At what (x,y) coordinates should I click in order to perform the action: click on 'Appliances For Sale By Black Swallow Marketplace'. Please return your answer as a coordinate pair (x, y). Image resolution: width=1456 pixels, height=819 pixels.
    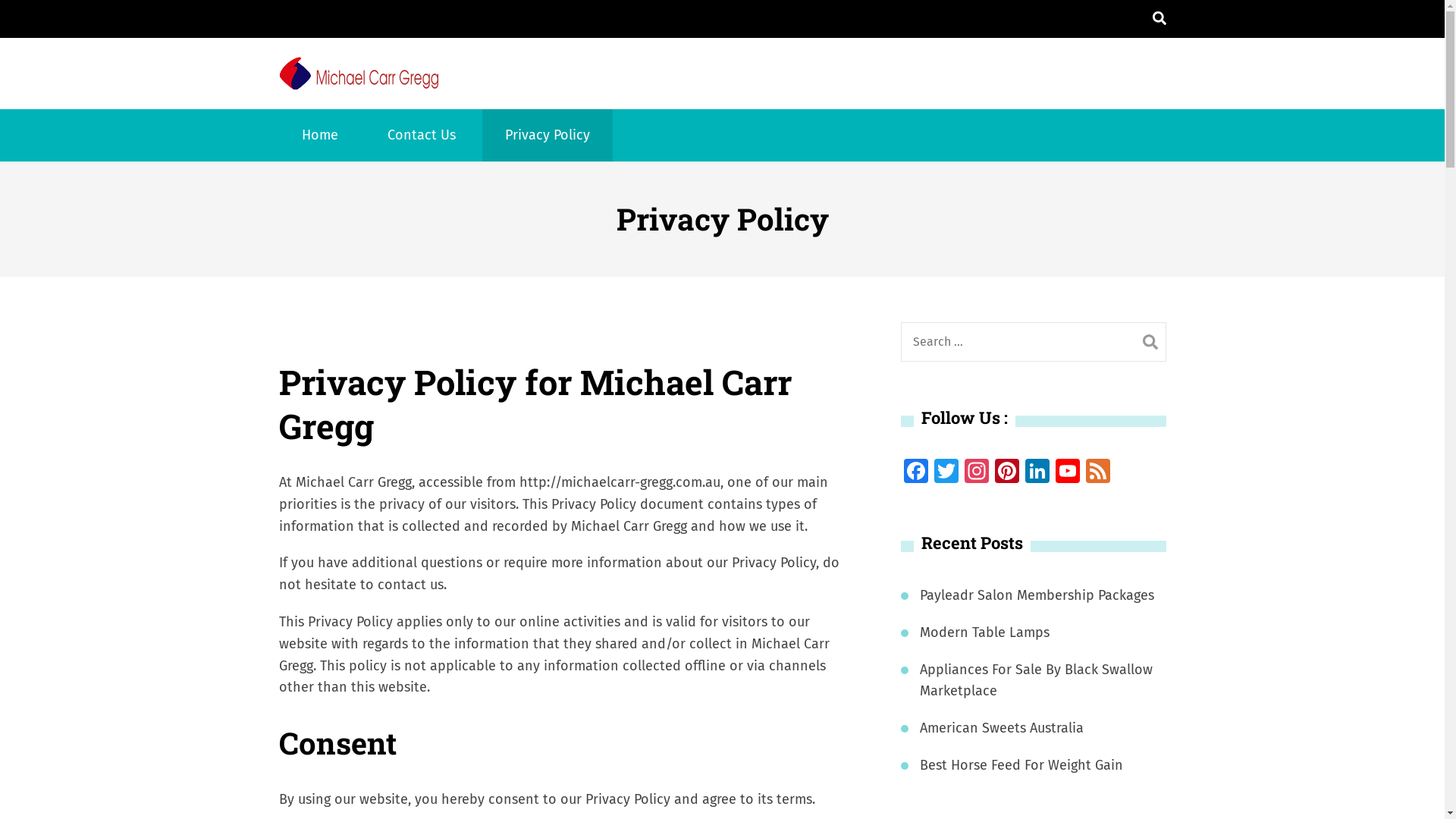
    Looking at the image, I should click on (1041, 680).